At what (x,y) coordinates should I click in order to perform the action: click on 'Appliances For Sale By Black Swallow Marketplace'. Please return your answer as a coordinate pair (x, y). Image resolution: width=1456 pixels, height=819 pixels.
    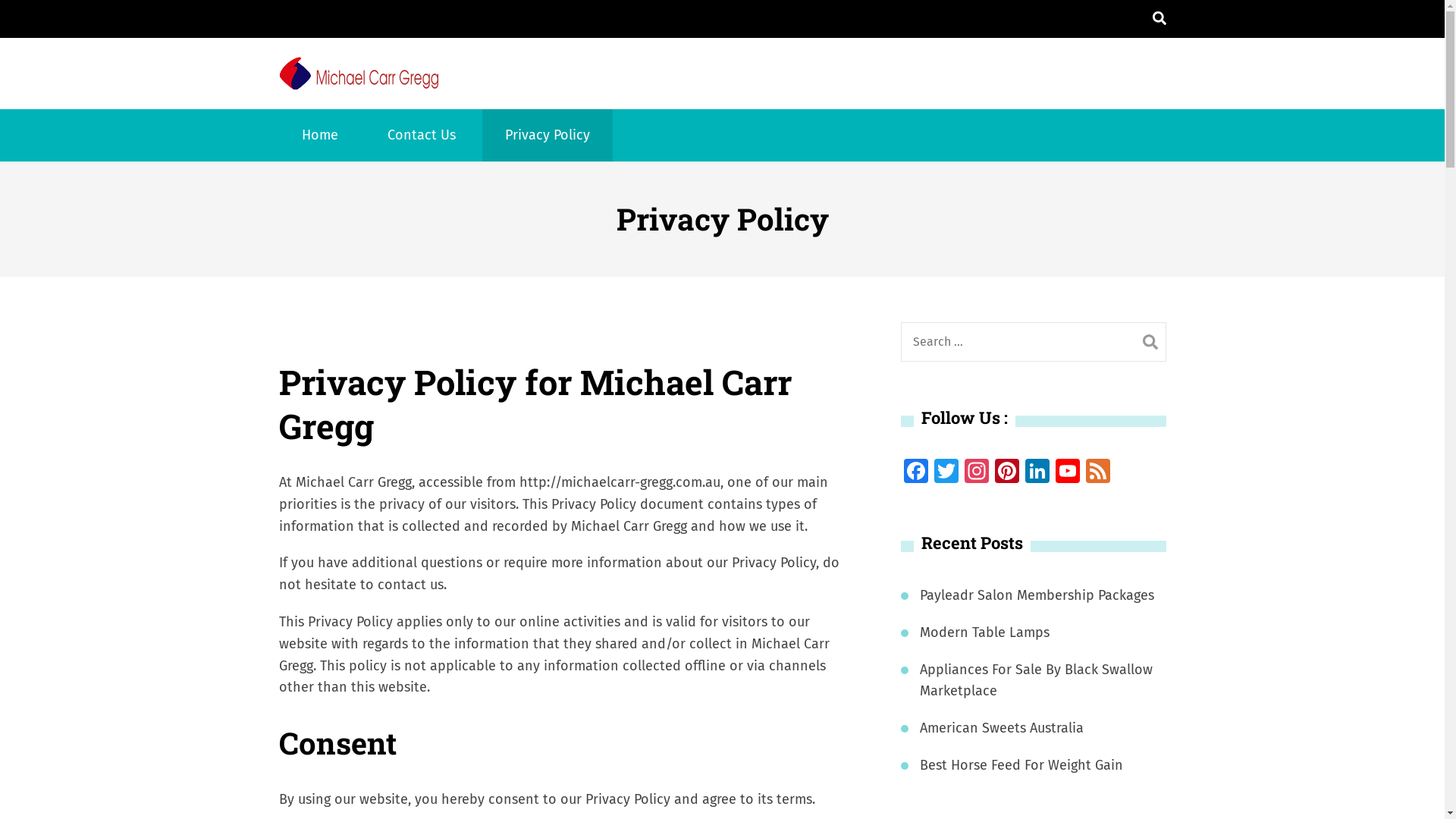
    Looking at the image, I should click on (1041, 680).